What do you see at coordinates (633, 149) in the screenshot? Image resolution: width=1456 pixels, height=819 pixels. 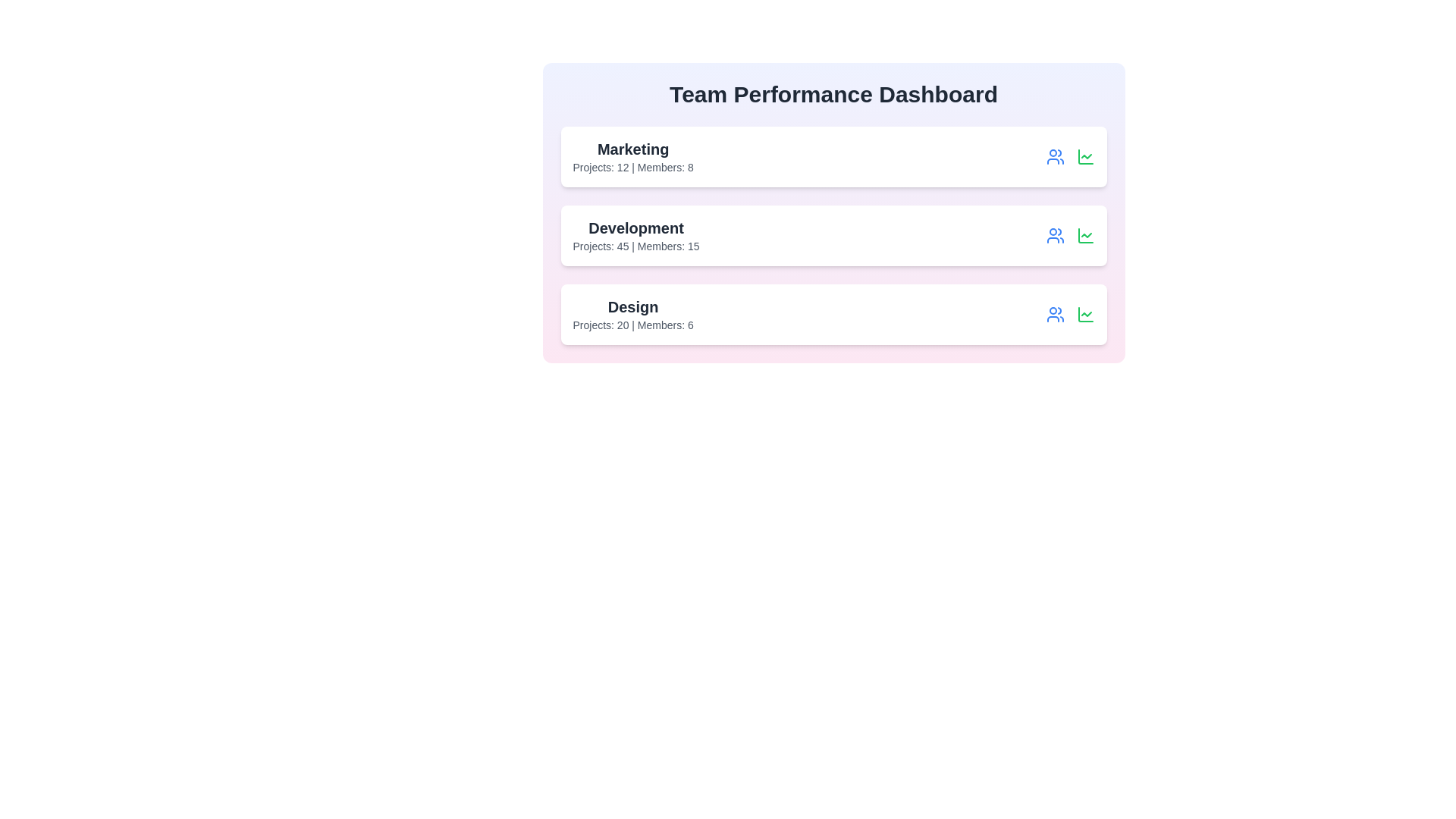 I see `the name of the team Marketing to view its details` at bounding box center [633, 149].